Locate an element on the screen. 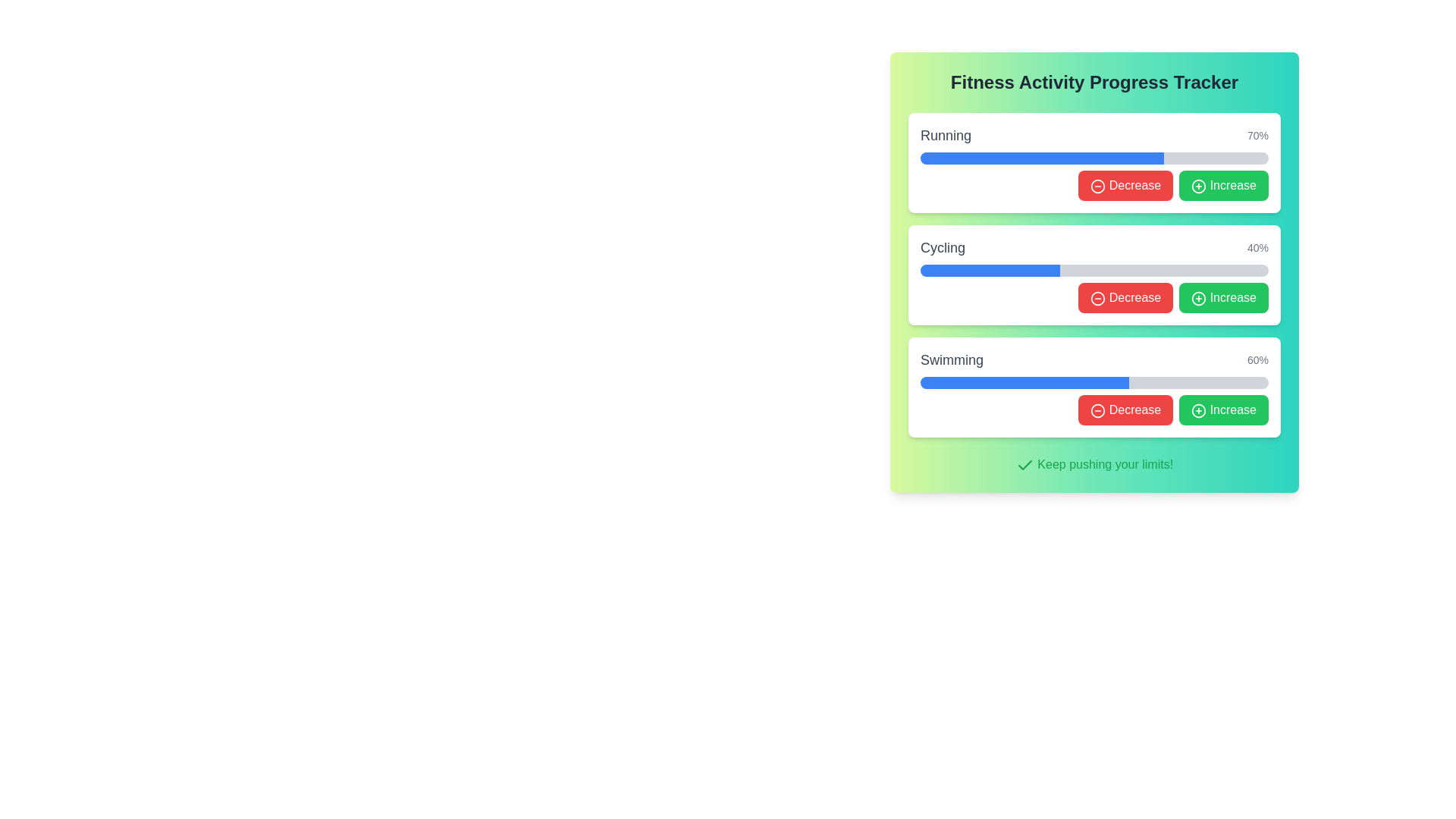 This screenshot has height=819, width=1456. the increment button located to the right of the 'Decrease' button in the button group associated with the 'Cycling' progress bar is located at coordinates (1224, 298).